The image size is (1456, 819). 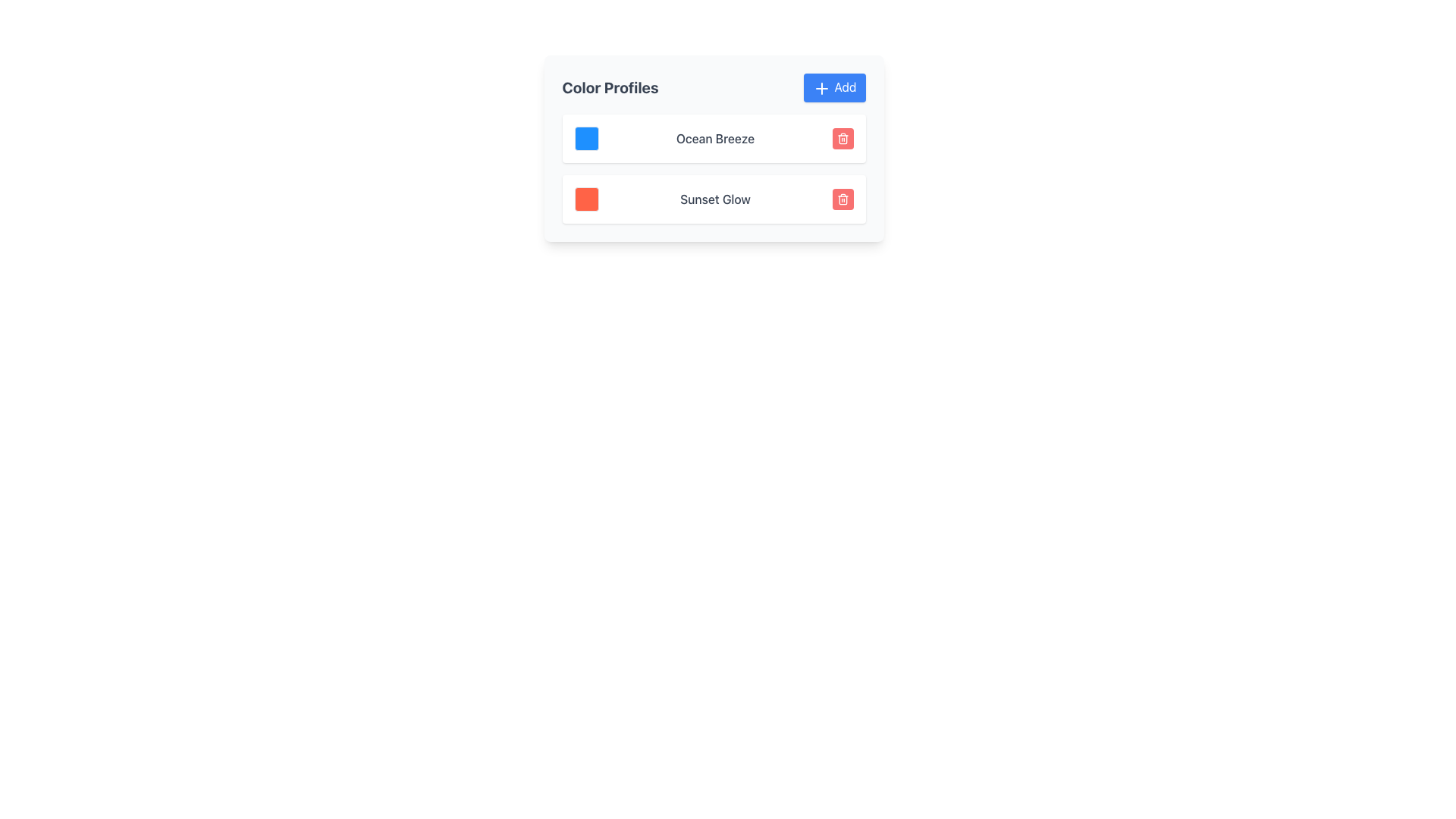 What do you see at coordinates (833, 87) in the screenshot?
I see `the button located in the upper-right corner of the 'Color Profiles' section` at bounding box center [833, 87].